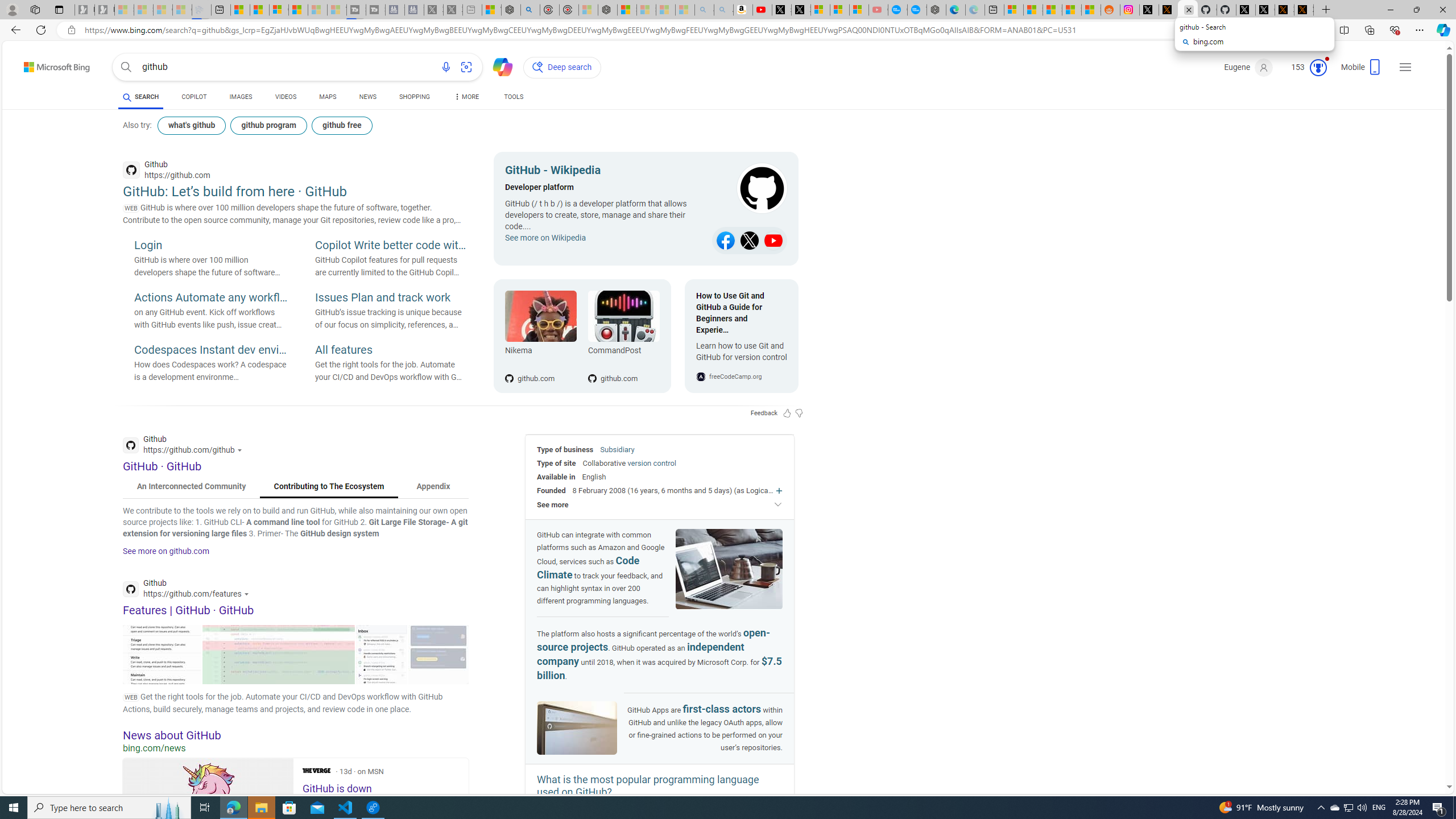 Image resolution: width=1456 pixels, height=819 pixels. What do you see at coordinates (327, 98) in the screenshot?
I see `'MAPS'` at bounding box center [327, 98].